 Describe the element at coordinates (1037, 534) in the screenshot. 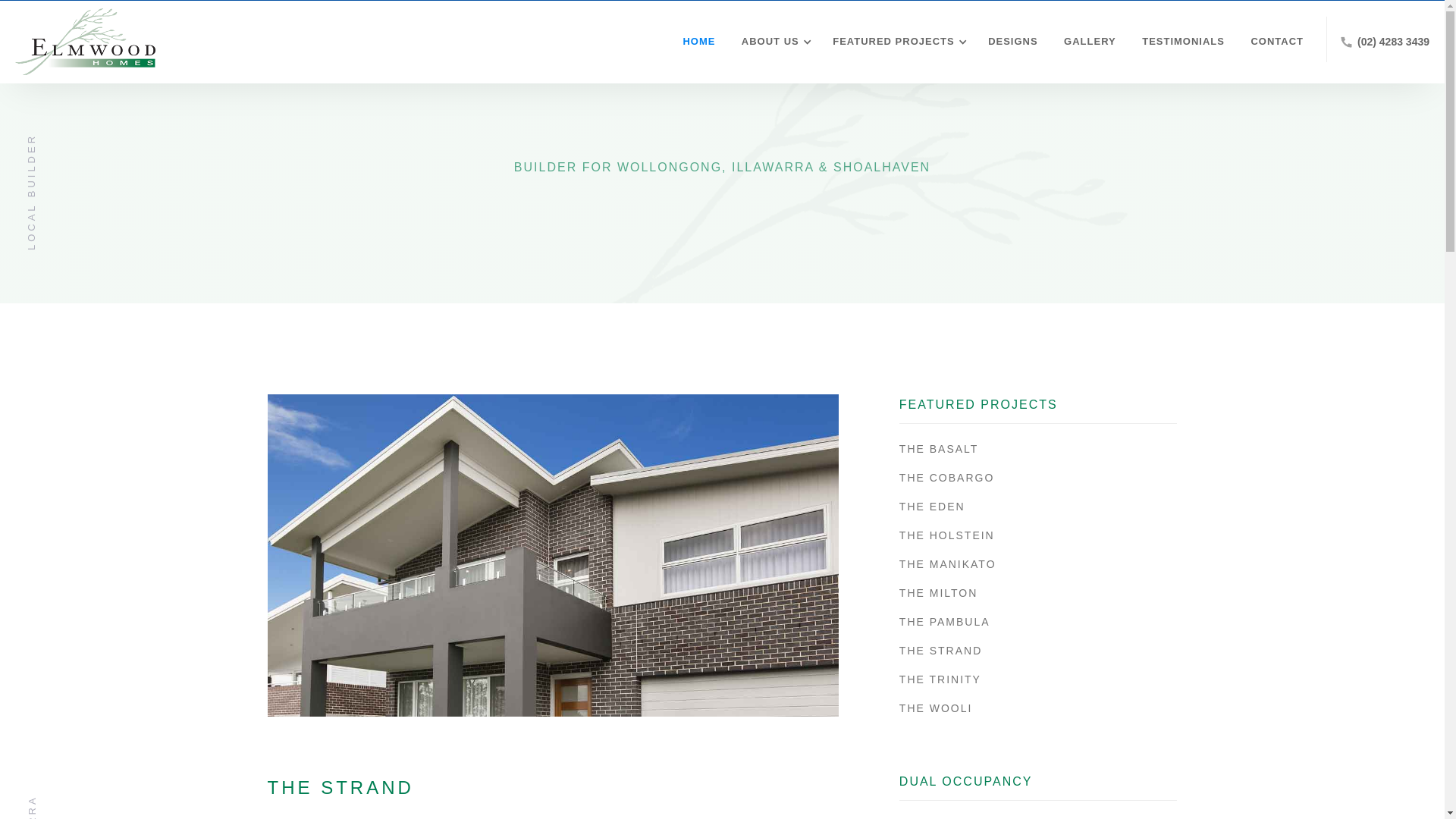

I see `'THE HOLSTEIN'` at that location.